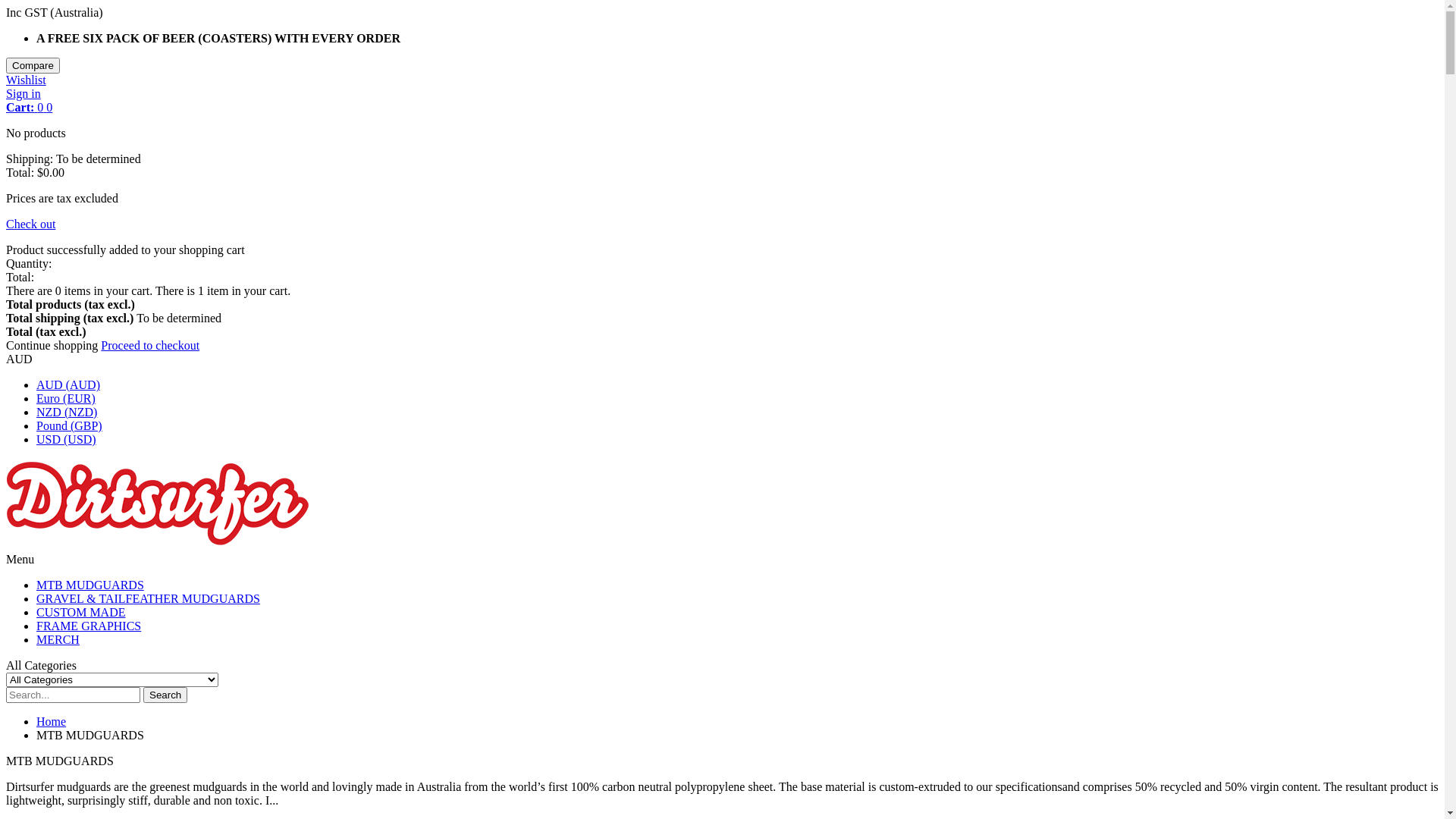 This screenshot has height=819, width=1456. Describe the element at coordinates (87, 626) in the screenshot. I see `'FRAME GRAPHICS'` at that location.